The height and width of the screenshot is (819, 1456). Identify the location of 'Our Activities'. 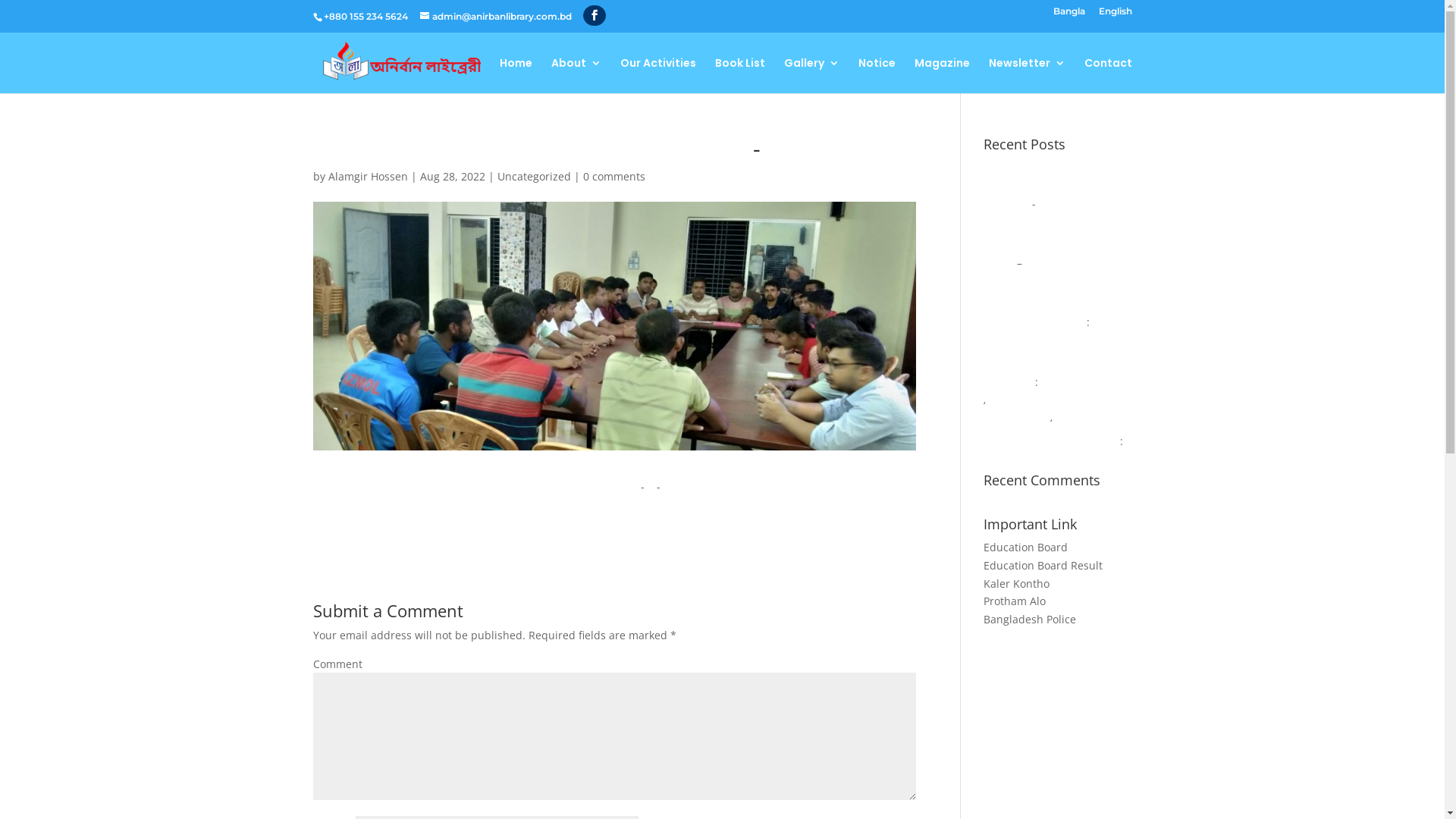
(658, 75).